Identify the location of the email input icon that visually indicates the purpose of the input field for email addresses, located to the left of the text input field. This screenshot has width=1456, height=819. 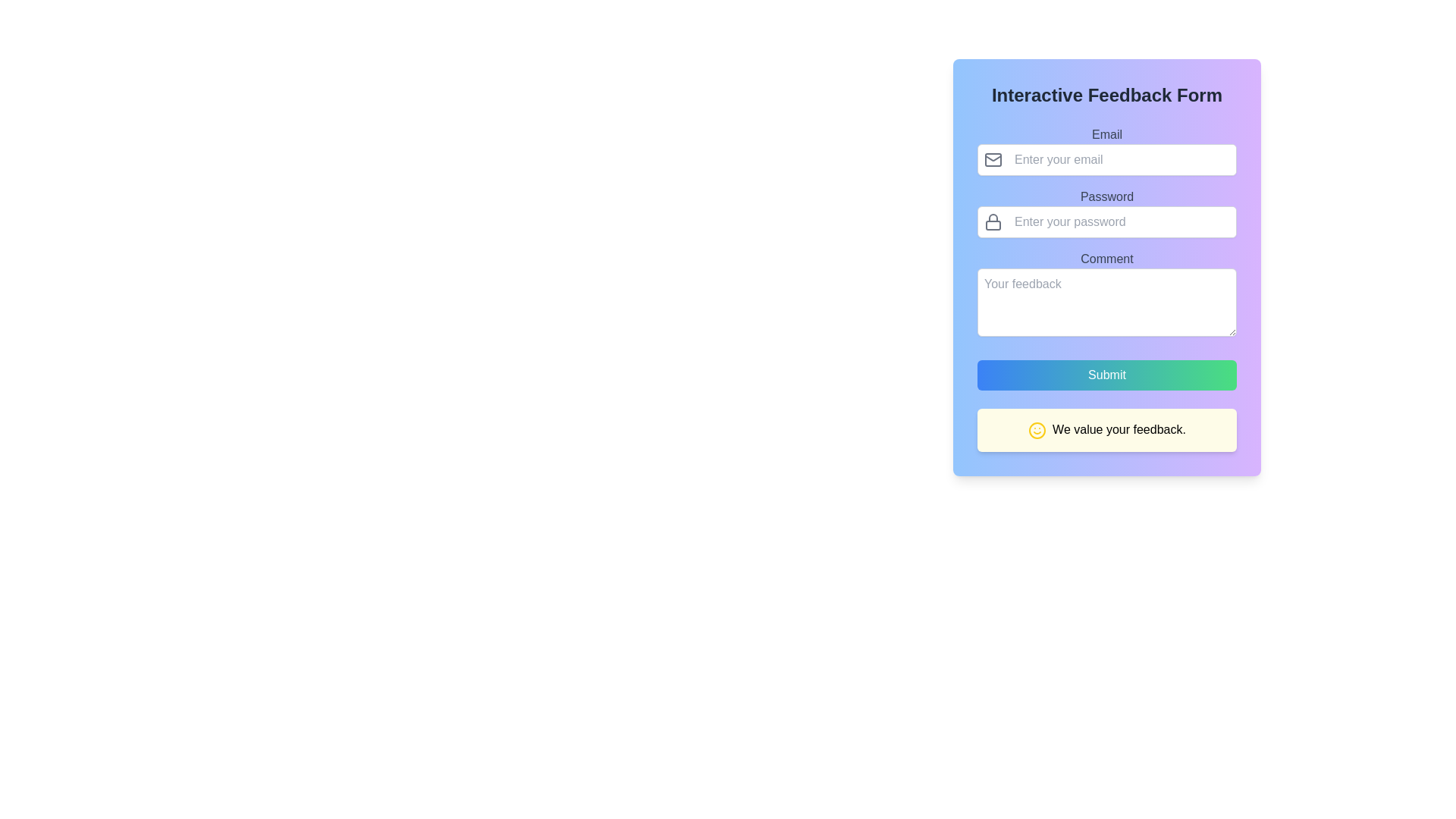
(993, 160).